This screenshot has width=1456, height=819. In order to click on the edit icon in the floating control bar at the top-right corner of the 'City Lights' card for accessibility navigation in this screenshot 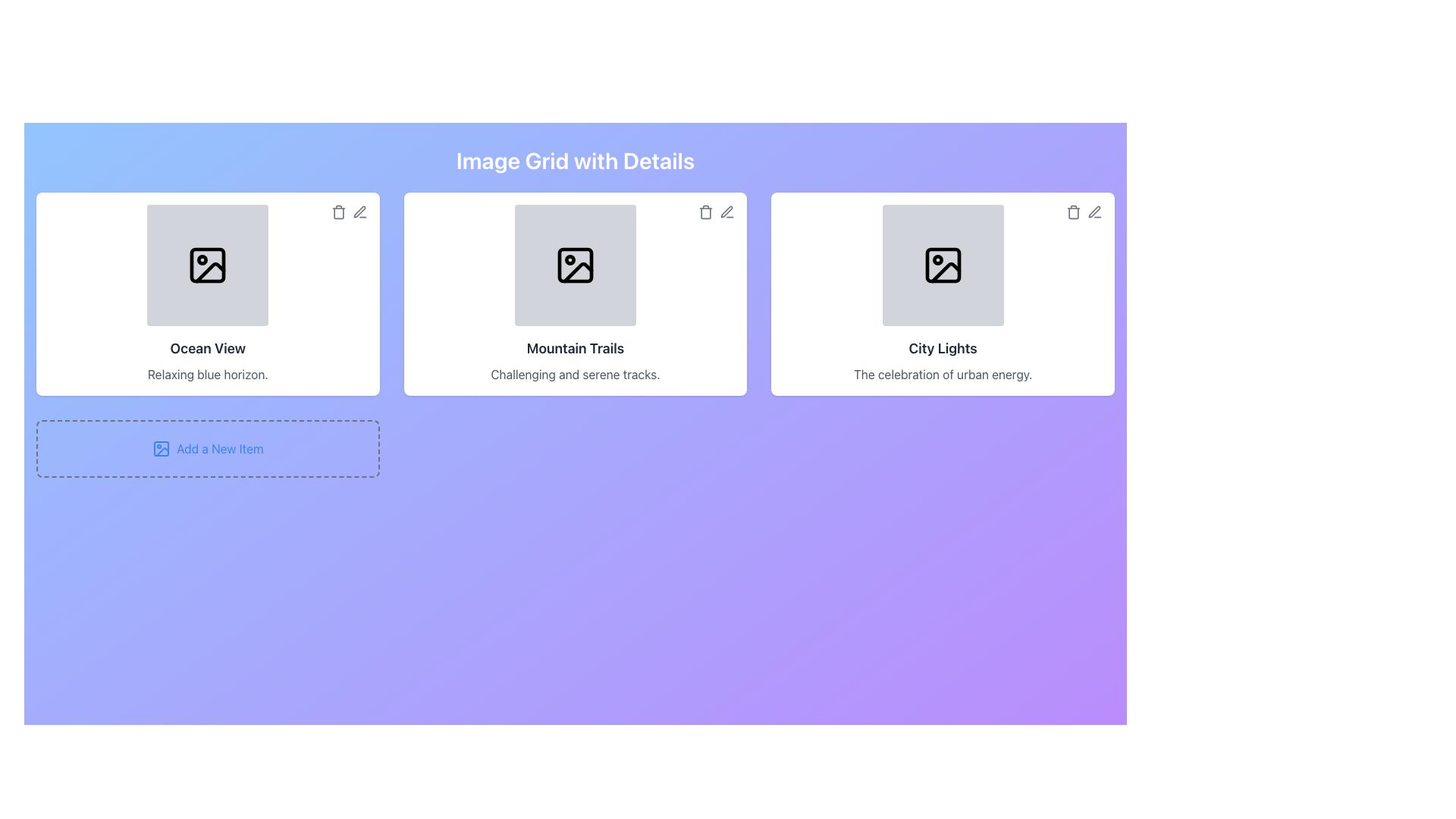, I will do `click(1095, 212)`.